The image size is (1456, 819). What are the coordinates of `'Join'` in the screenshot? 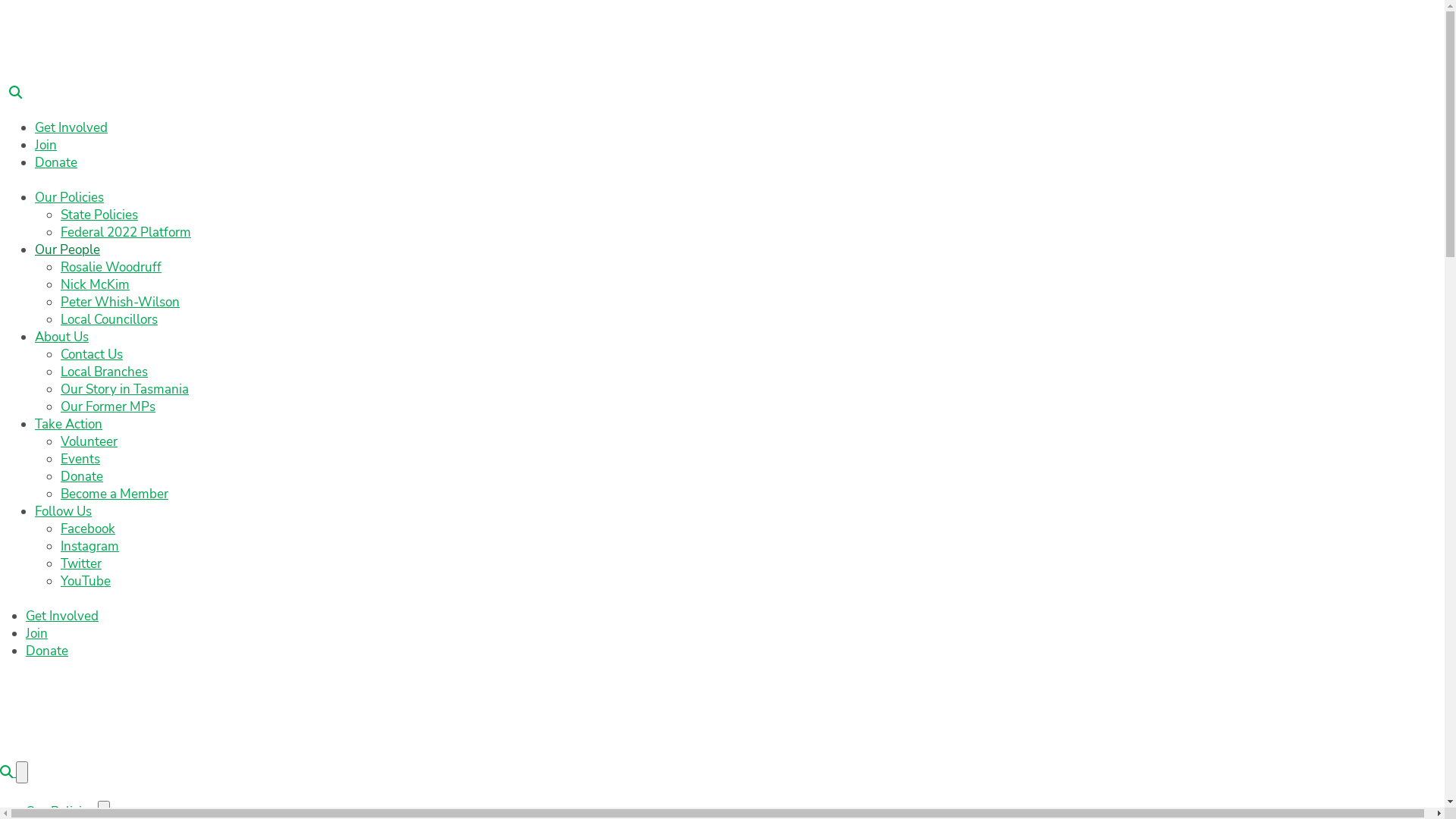 It's located at (45, 145).